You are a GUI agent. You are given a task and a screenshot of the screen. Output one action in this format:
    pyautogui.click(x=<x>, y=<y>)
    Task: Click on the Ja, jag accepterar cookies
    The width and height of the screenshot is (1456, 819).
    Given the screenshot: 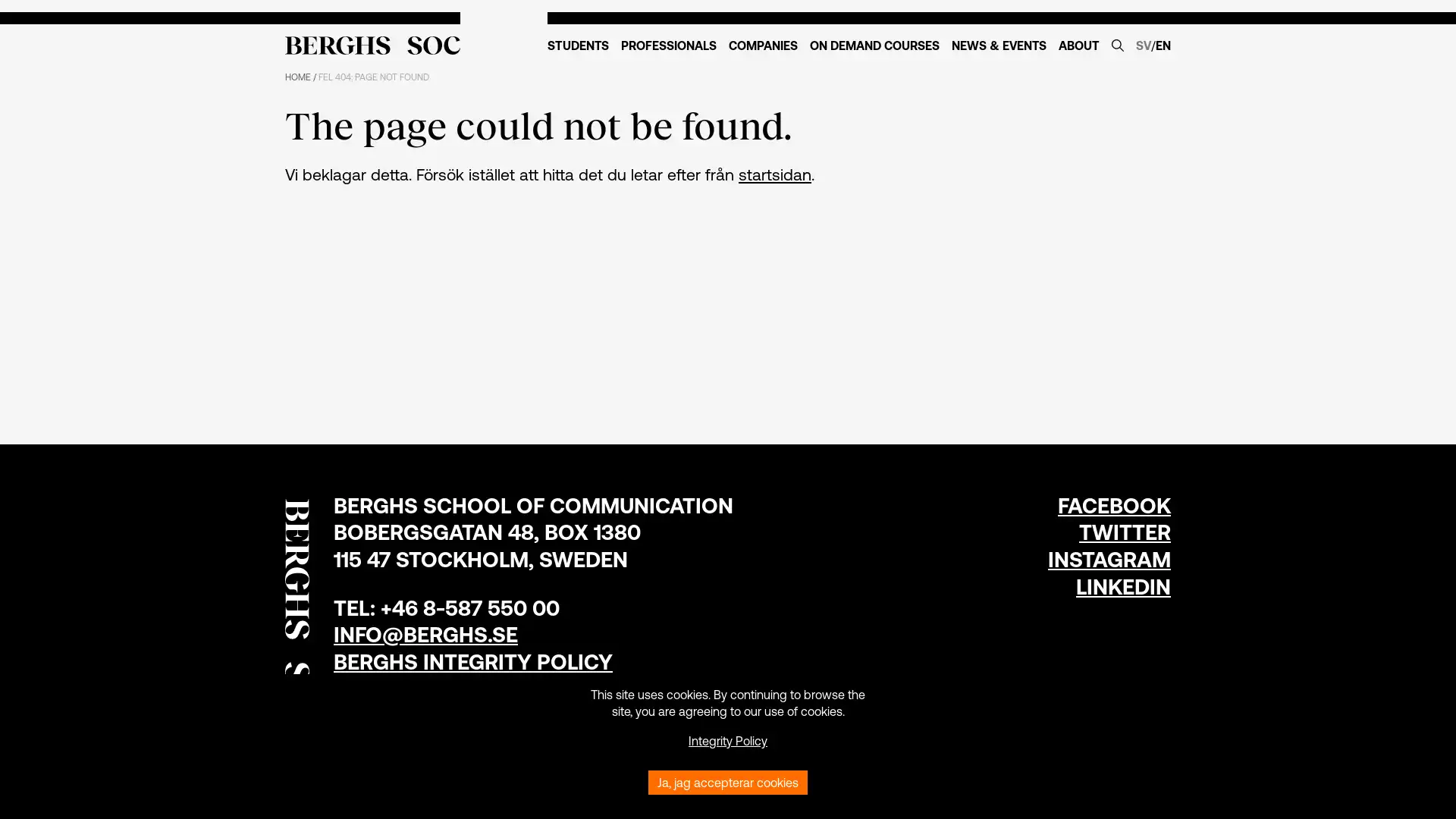 What is the action you would take?
    pyautogui.click(x=728, y=783)
    